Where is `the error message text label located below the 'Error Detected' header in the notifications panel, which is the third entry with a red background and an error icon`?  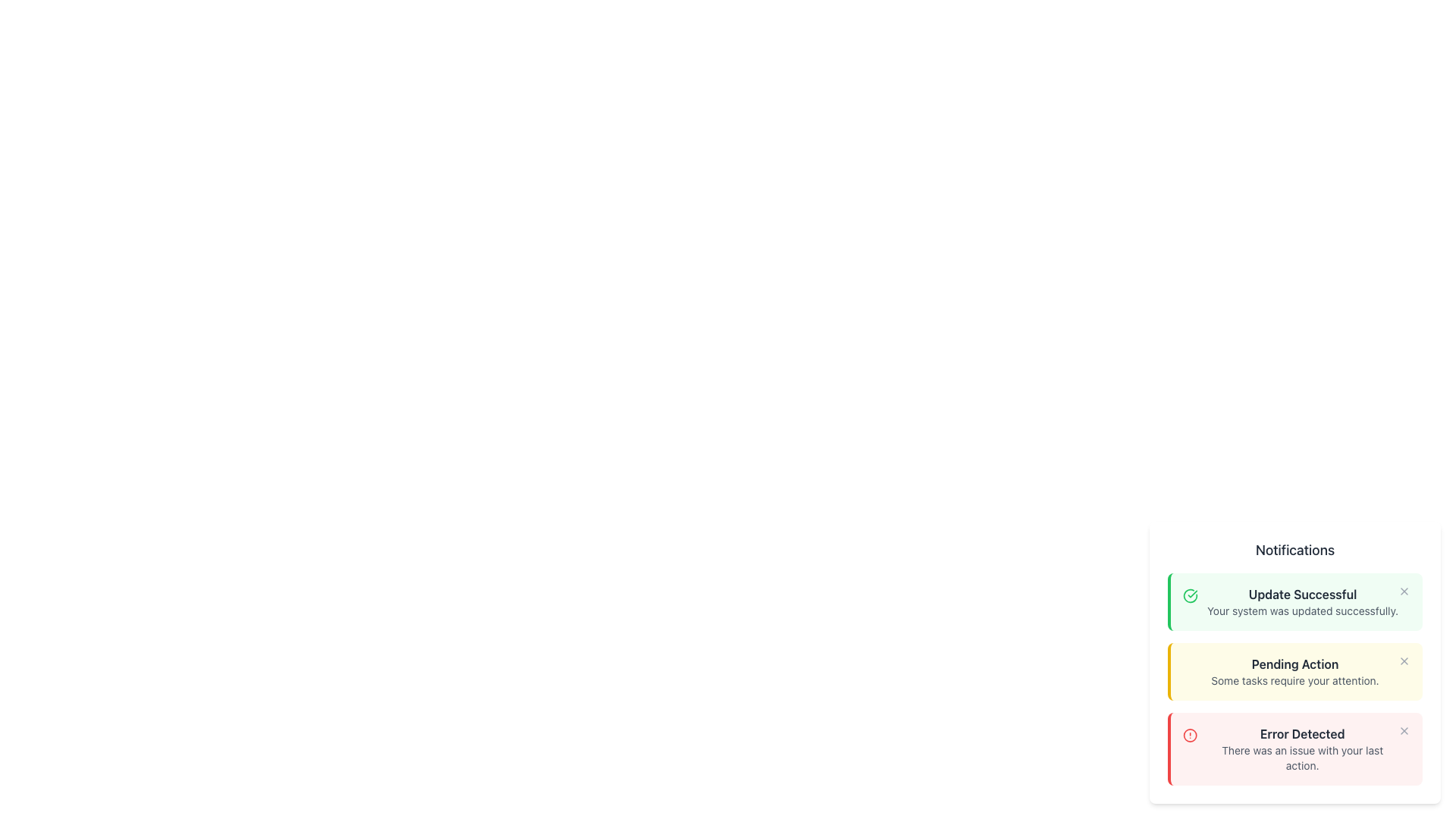
the error message text label located below the 'Error Detected' header in the notifications panel, which is the third entry with a red background and an error icon is located at coordinates (1301, 758).